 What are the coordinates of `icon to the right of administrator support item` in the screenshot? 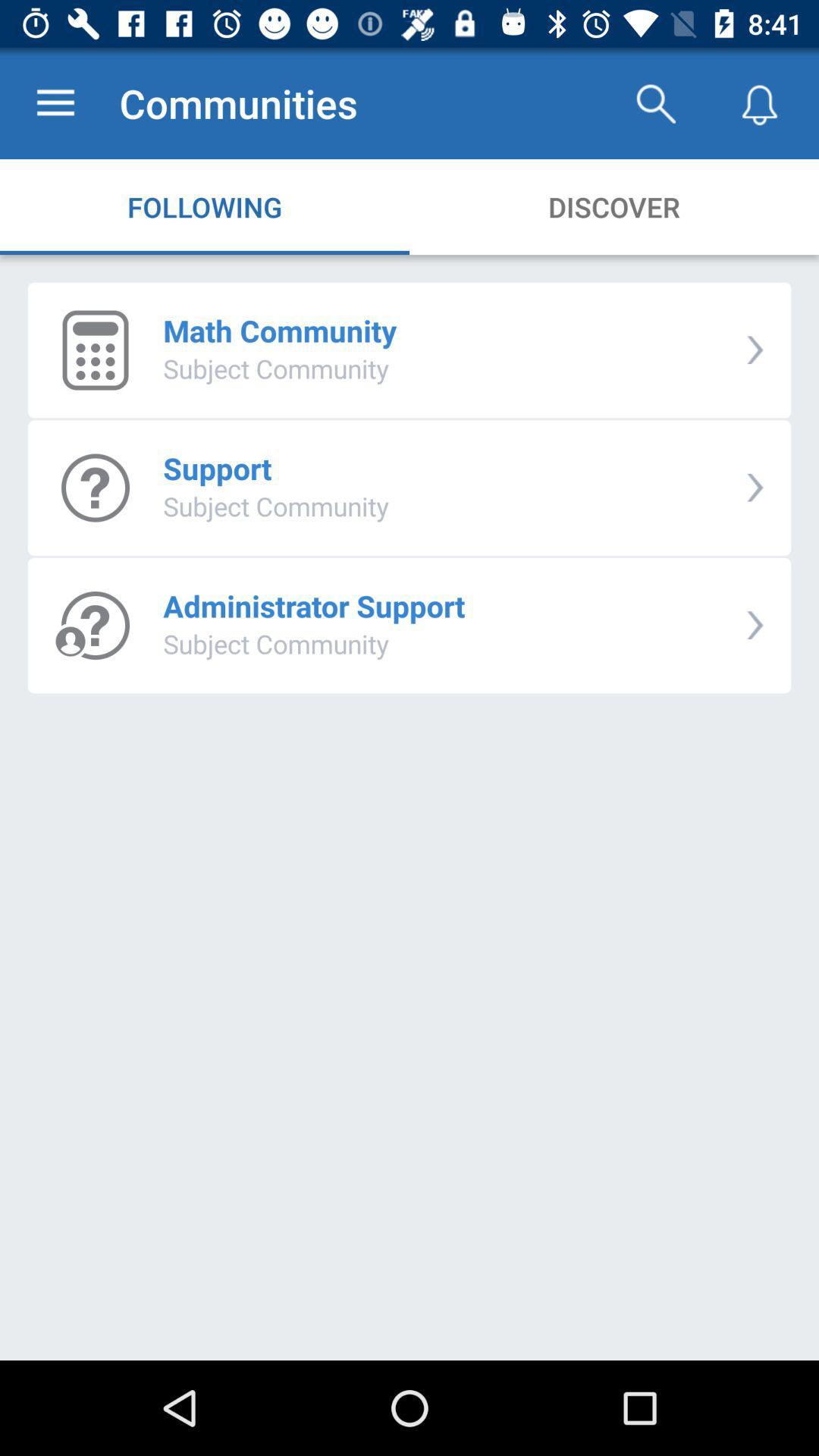 It's located at (755, 625).